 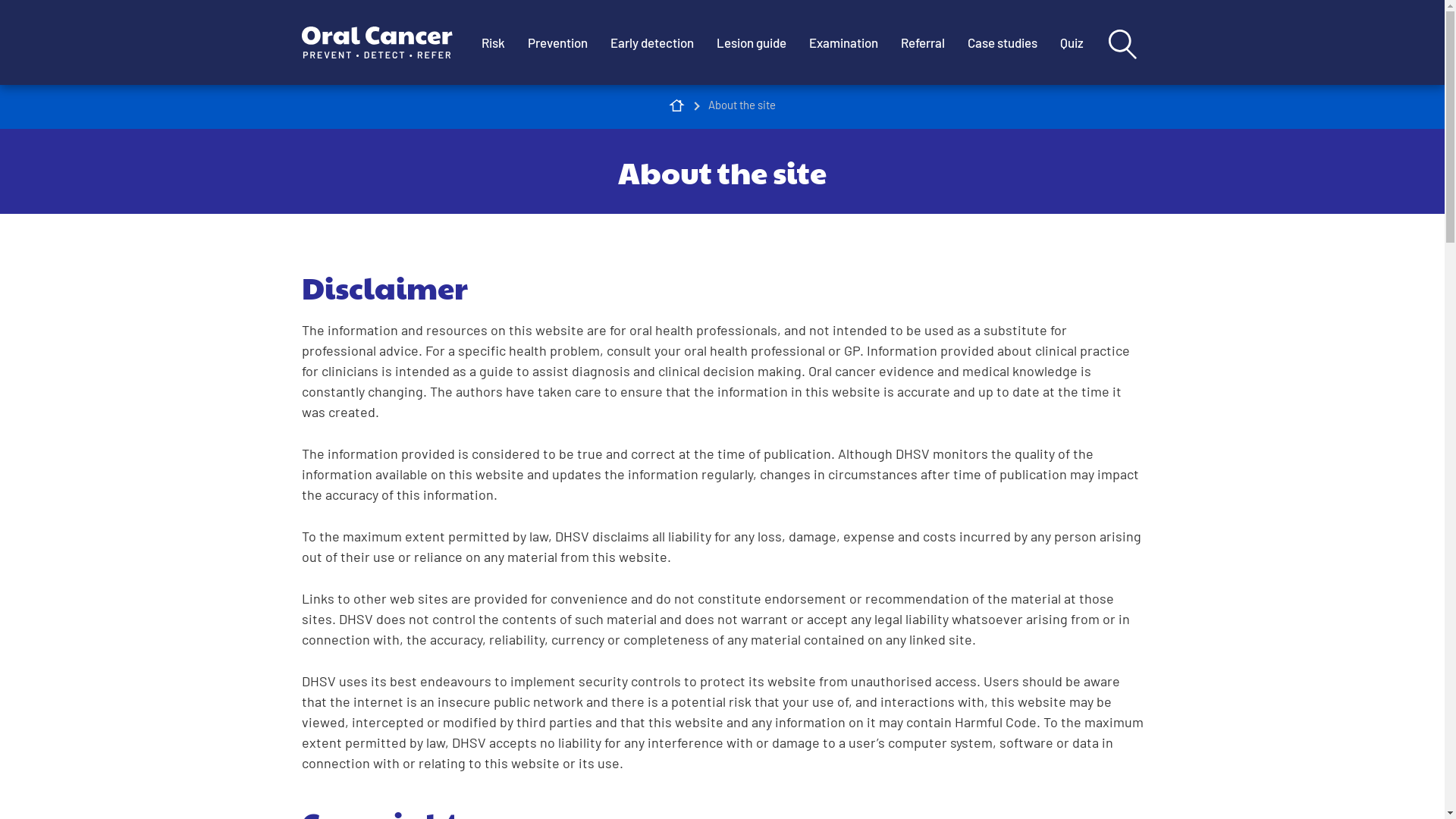 What do you see at coordinates (888, 42) in the screenshot?
I see `'Referral'` at bounding box center [888, 42].